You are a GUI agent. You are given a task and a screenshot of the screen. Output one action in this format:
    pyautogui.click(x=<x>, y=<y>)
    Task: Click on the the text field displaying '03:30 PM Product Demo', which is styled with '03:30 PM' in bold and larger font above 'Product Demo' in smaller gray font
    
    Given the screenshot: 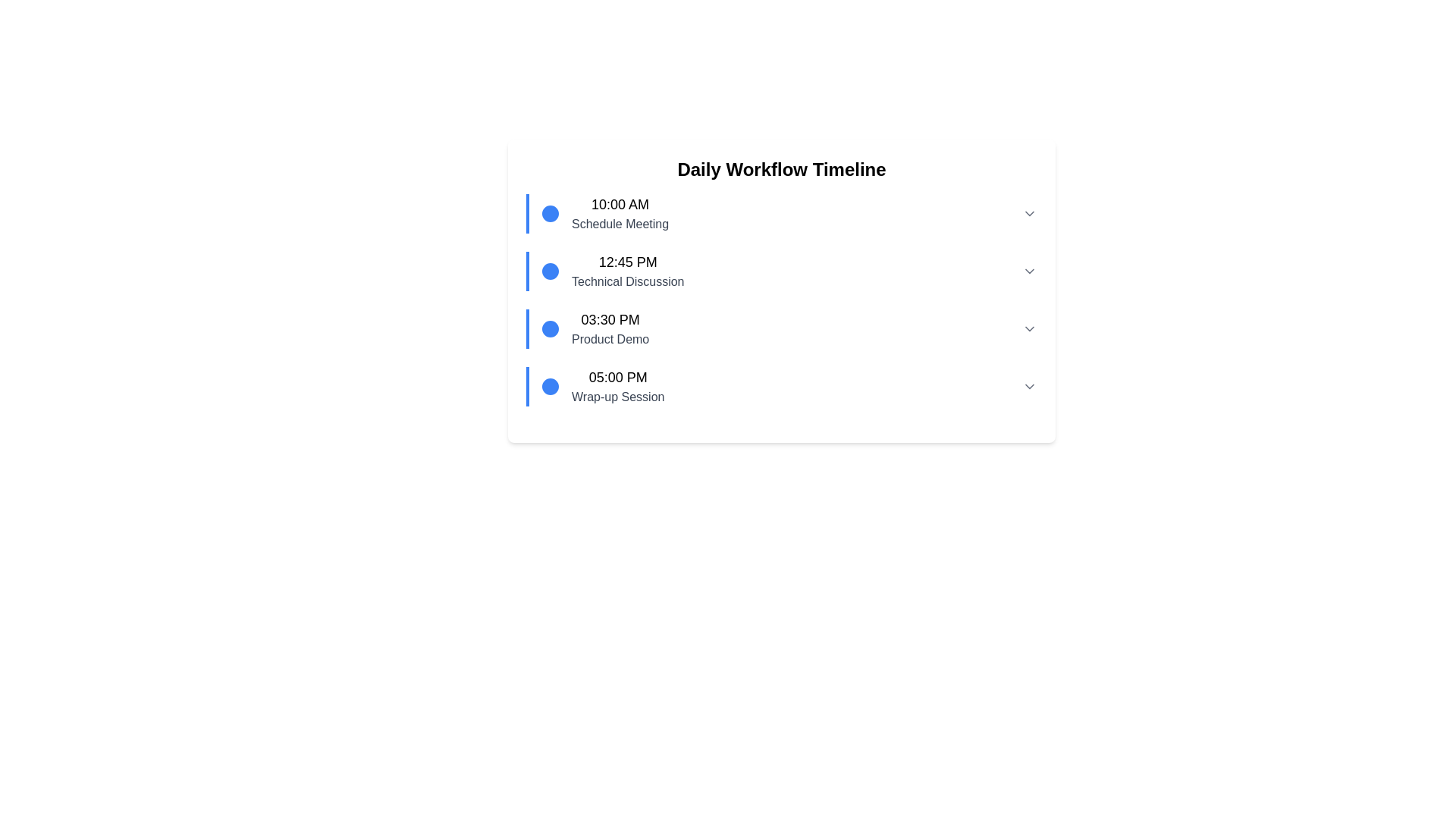 What is the action you would take?
    pyautogui.click(x=610, y=328)
    